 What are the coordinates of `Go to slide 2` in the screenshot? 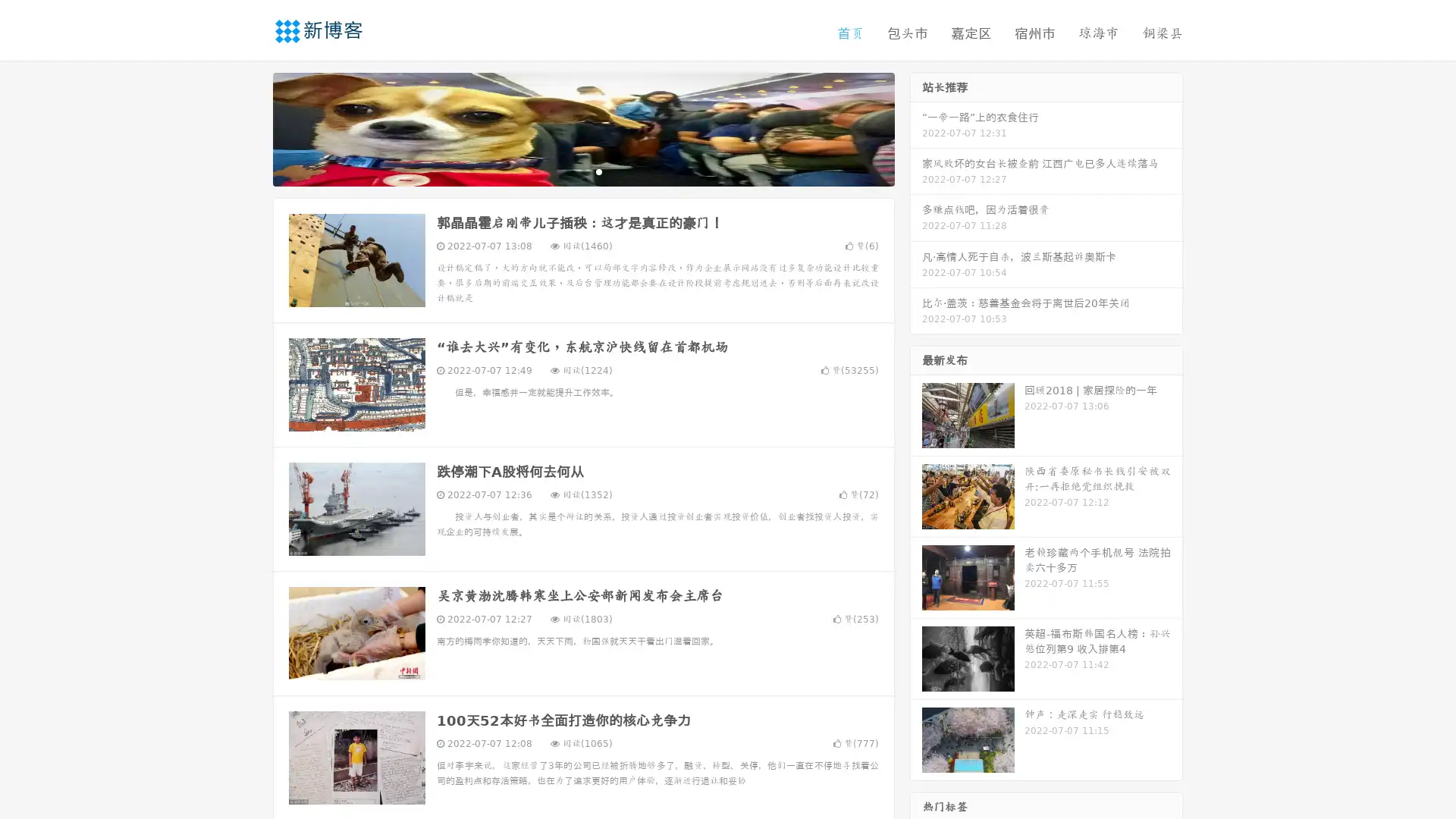 It's located at (582, 171).